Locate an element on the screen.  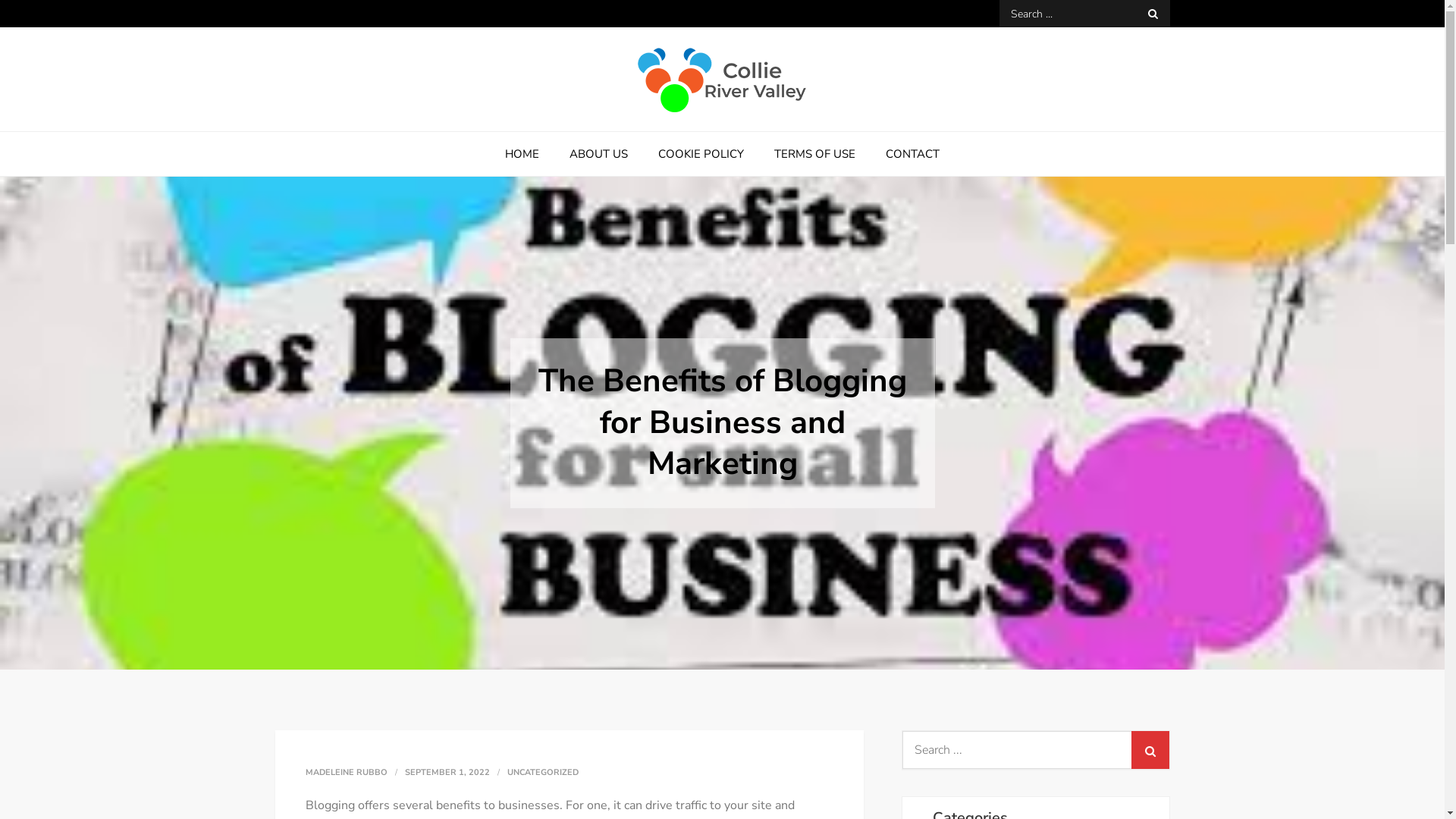
'MADELEINE RUBBO' is located at coordinates (345, 772).